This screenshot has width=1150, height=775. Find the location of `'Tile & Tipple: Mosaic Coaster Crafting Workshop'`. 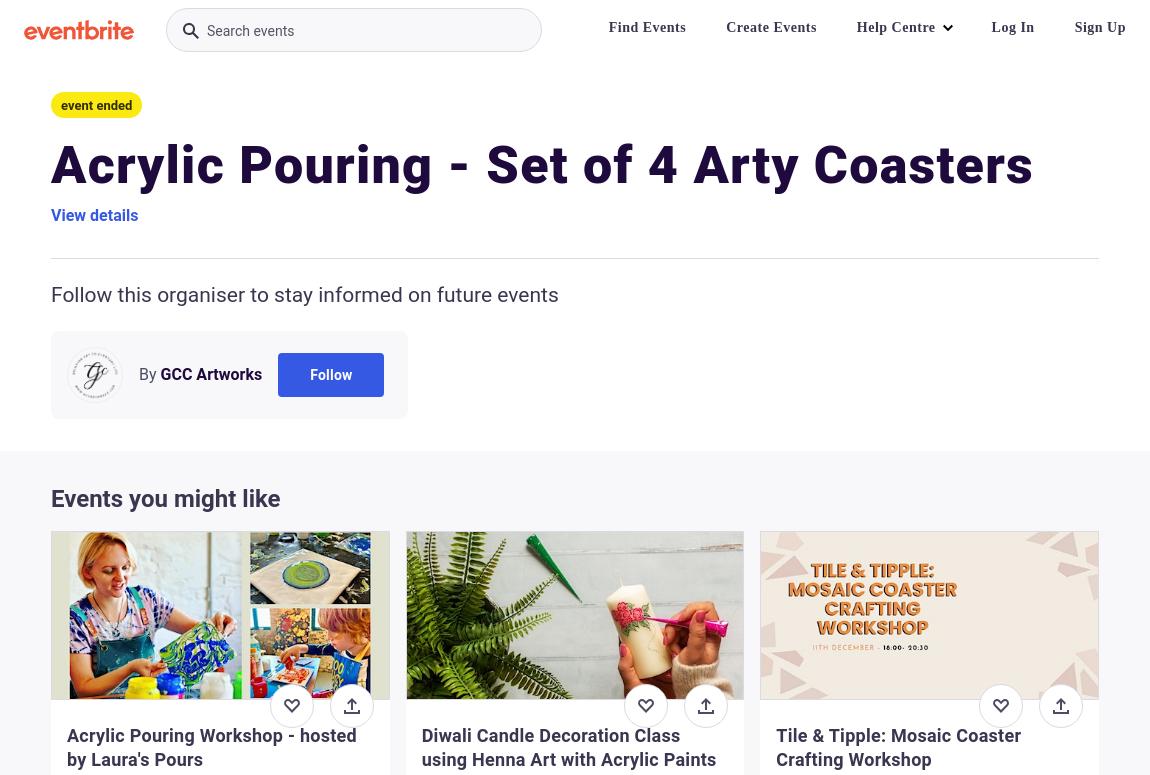

'Tile & Tipple: Mosaic Coaster Crafting Workshop' is located at coordinates (898, 746).